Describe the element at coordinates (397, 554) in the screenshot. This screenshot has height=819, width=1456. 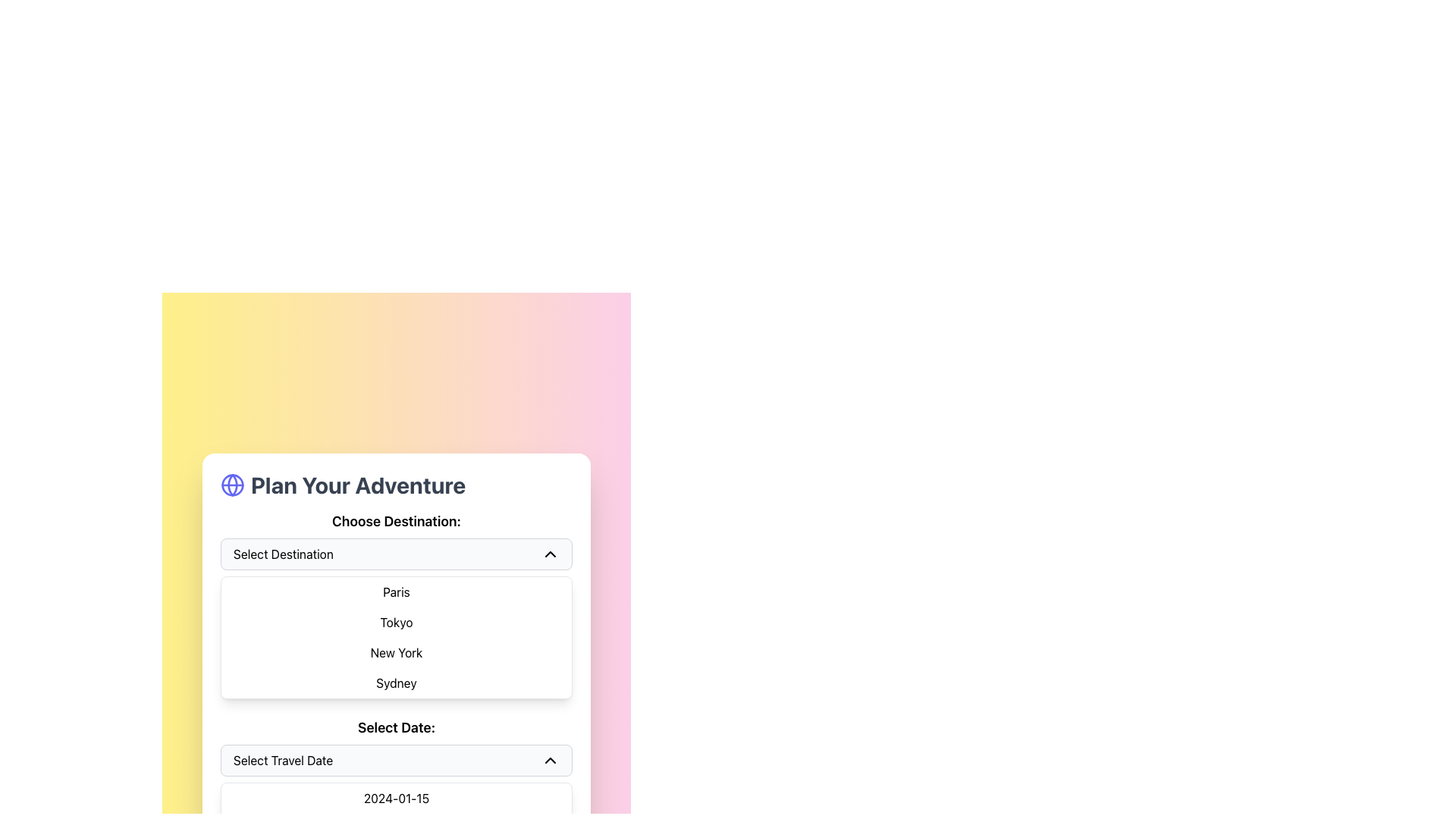
I see `the dropdown for selecting destinations located below the label 'Choose Destination:' and perform keyboard navigation to open the options list` at that location.